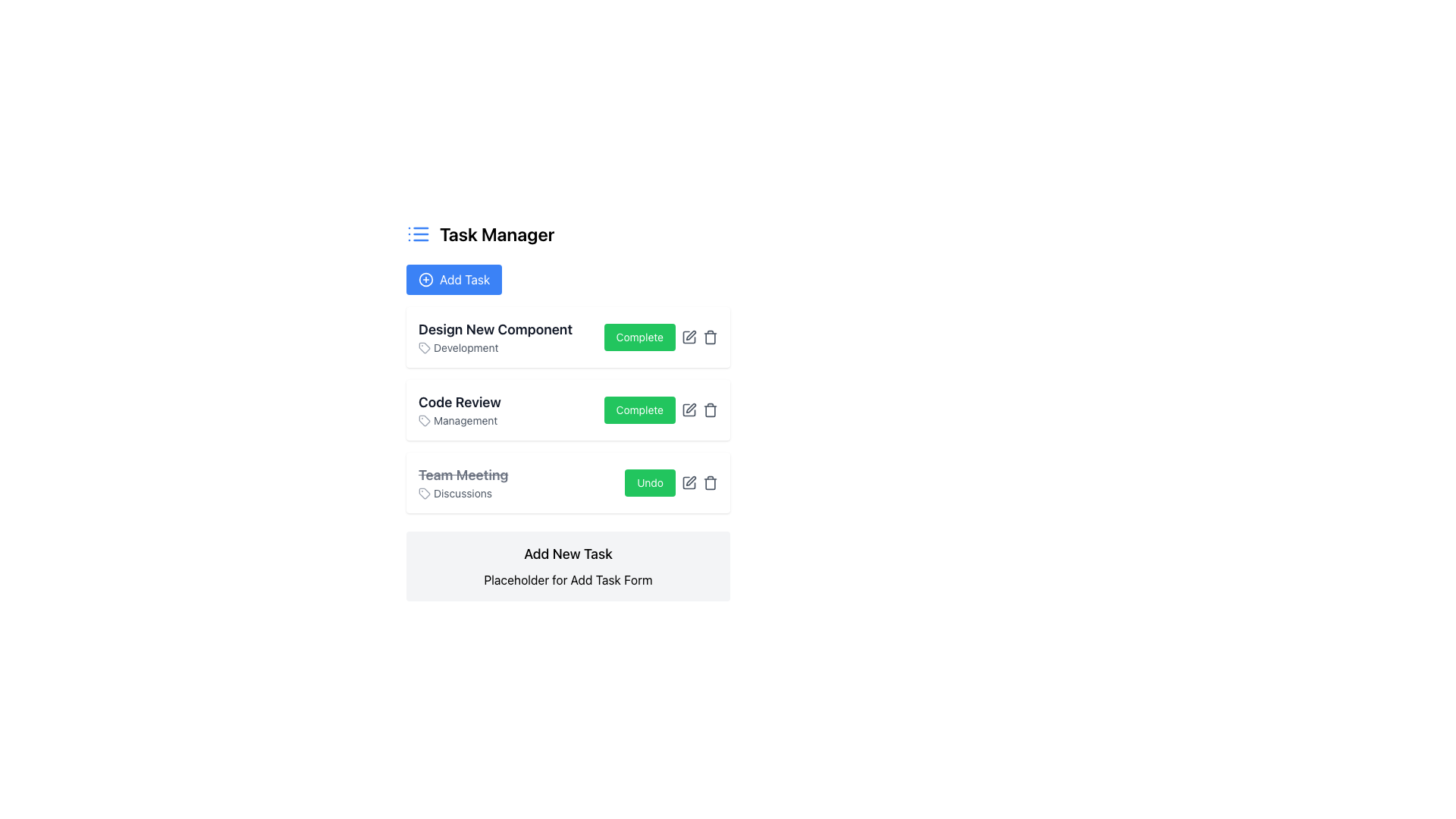 The height and width of the screenshot is (819, 1456). I want to click on the delete icon resembling a trash bin located in the top-right corner of the 'Design New Component' task card, so click(709, 336).